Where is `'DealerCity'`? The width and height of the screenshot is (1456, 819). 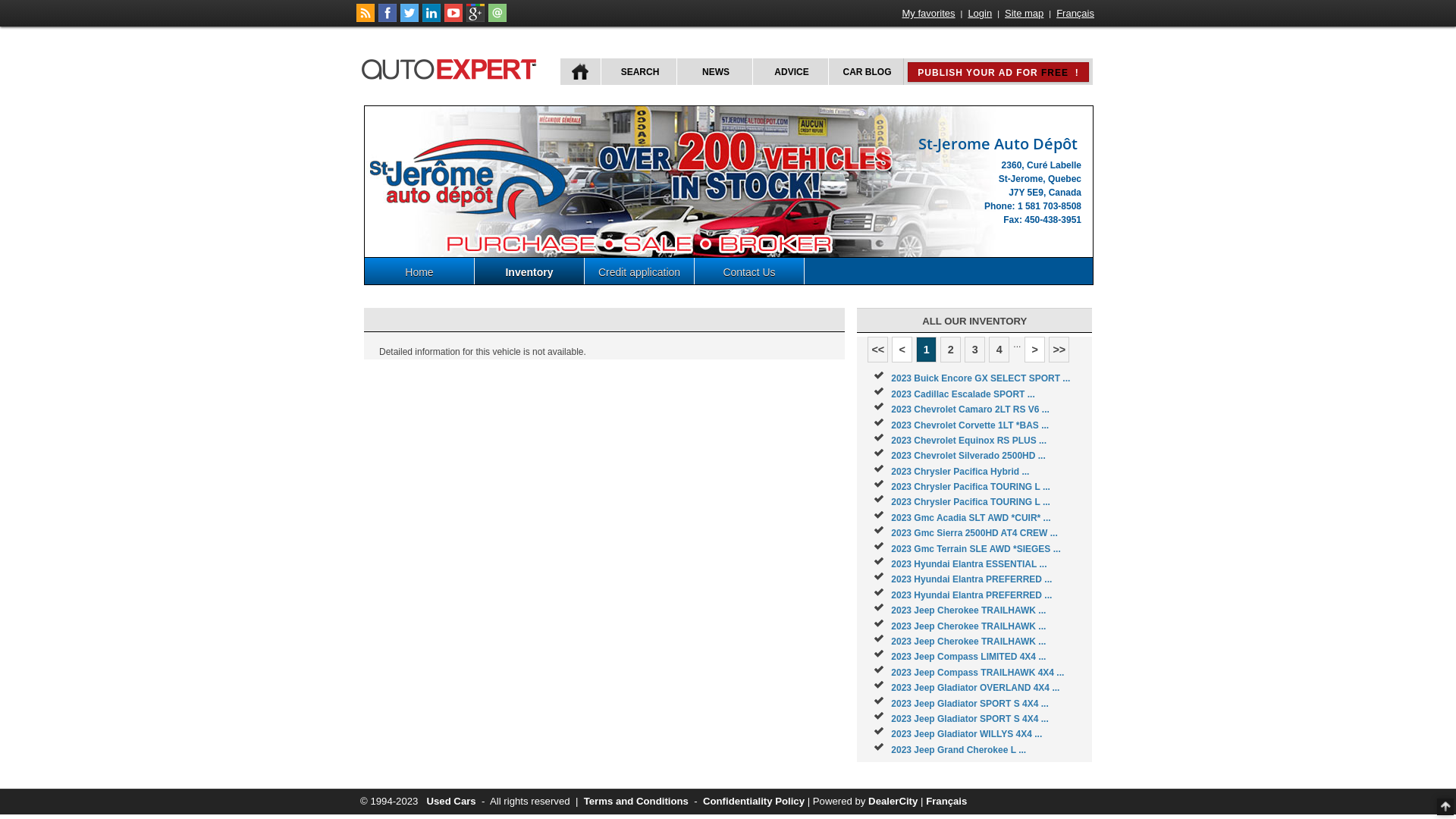
'DealerCity' is located at coordinates (868, 800).